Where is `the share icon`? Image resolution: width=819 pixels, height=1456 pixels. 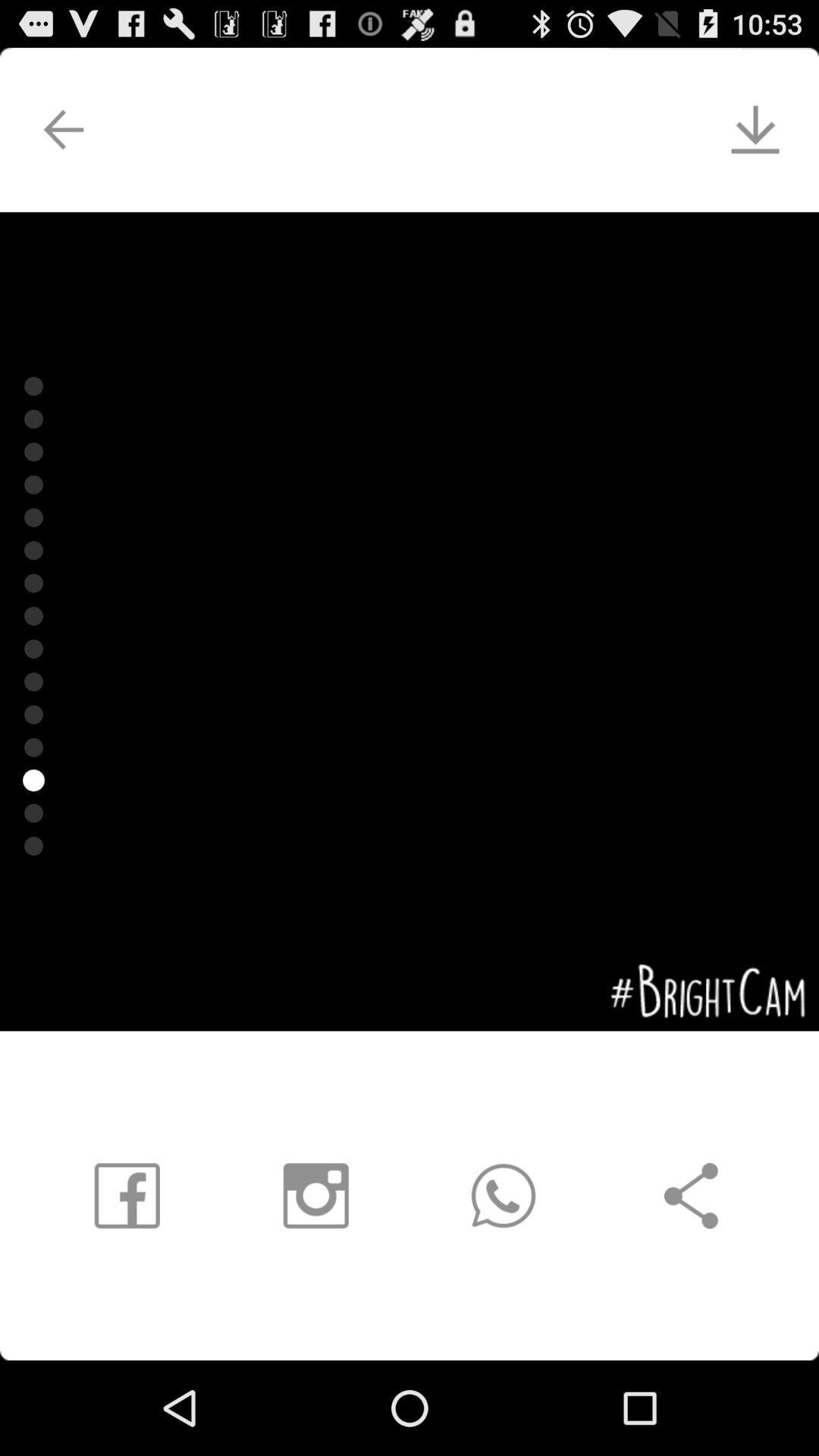 the share icon is located at coordinates (711, 1279).